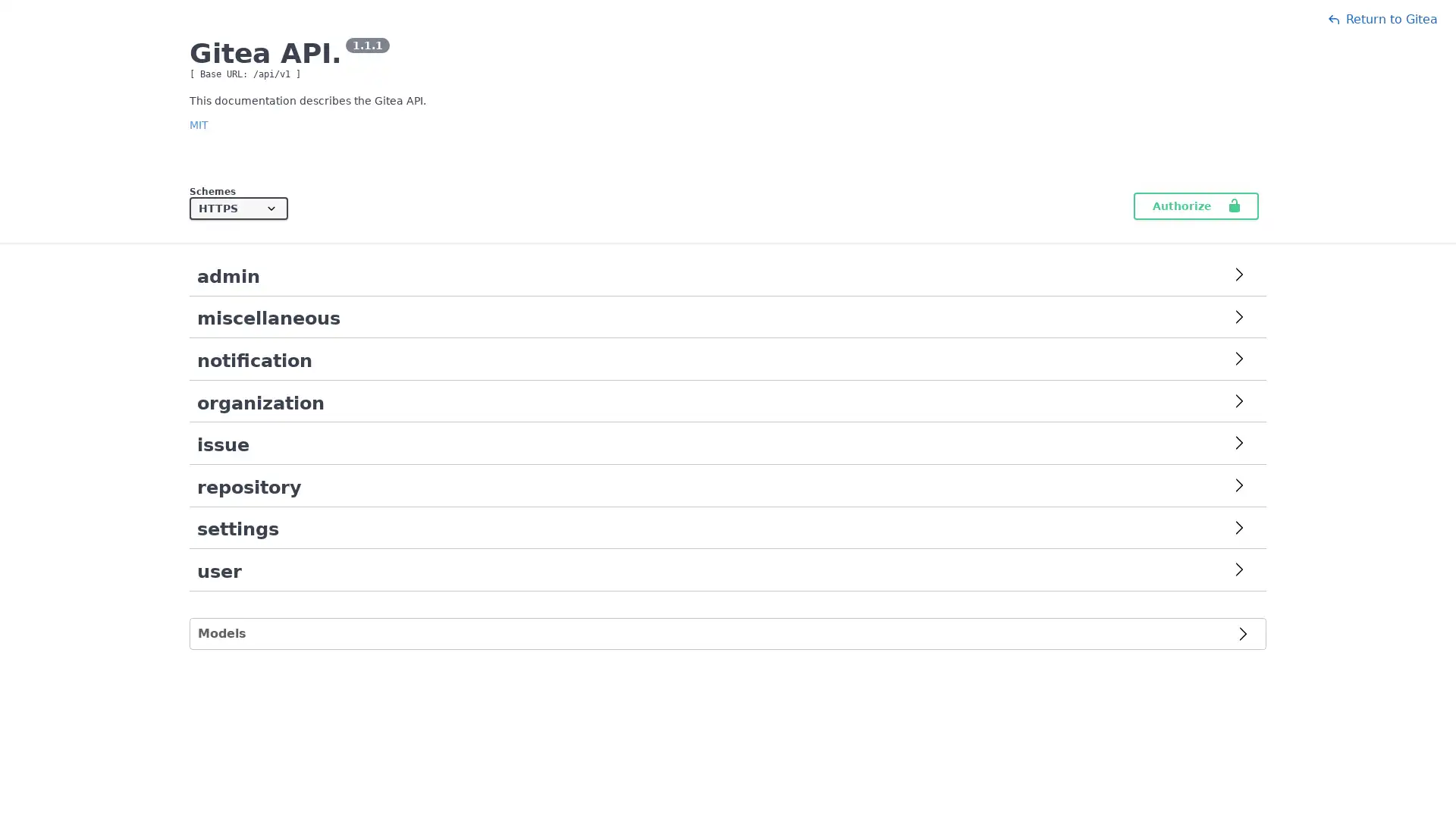 The image size is (1456, 819). I want to click on Authorize, so click(1195, 206).